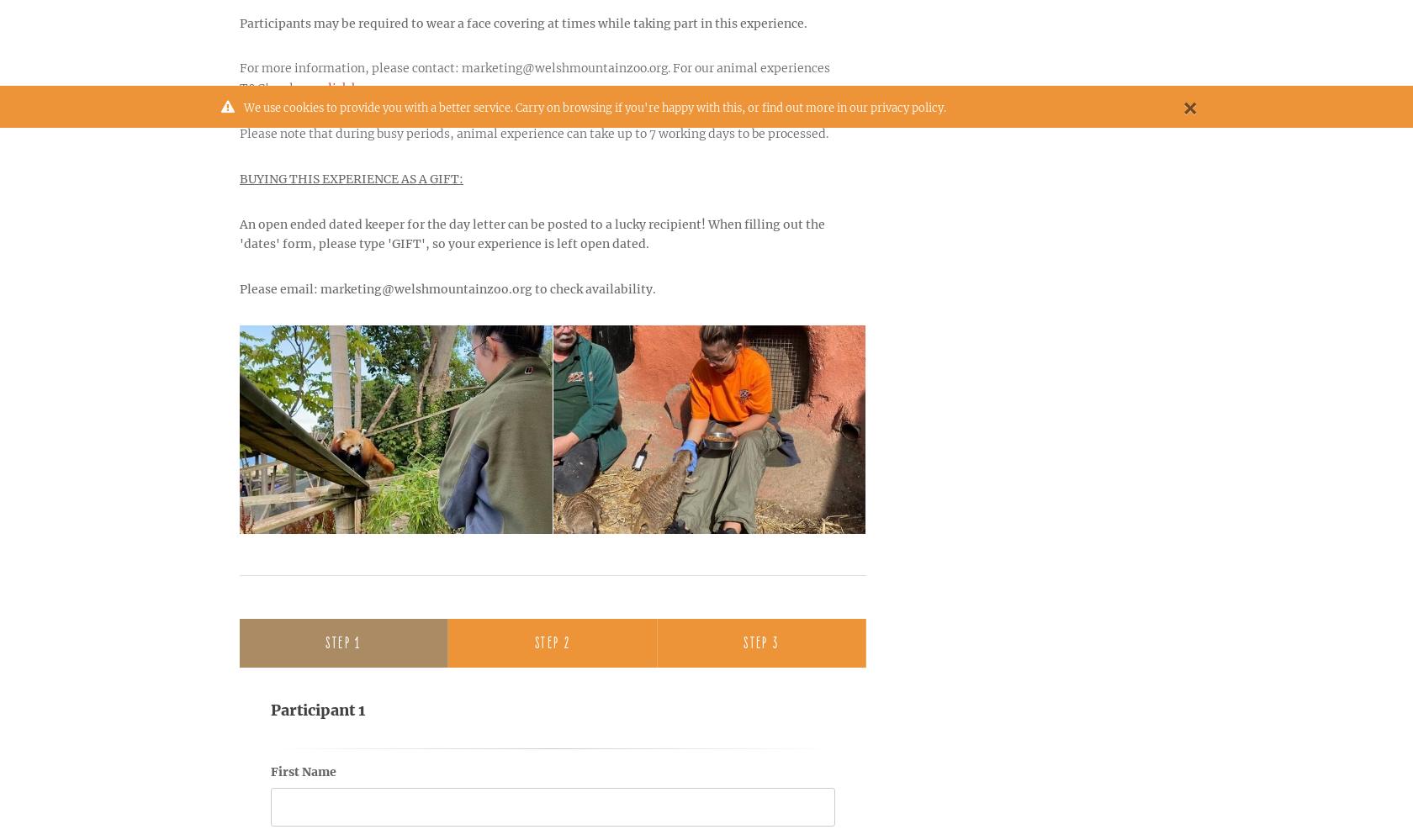  I want to click on 'Please email: marketing@welshmountainzoo.org to check availability.', so click(447, 288).